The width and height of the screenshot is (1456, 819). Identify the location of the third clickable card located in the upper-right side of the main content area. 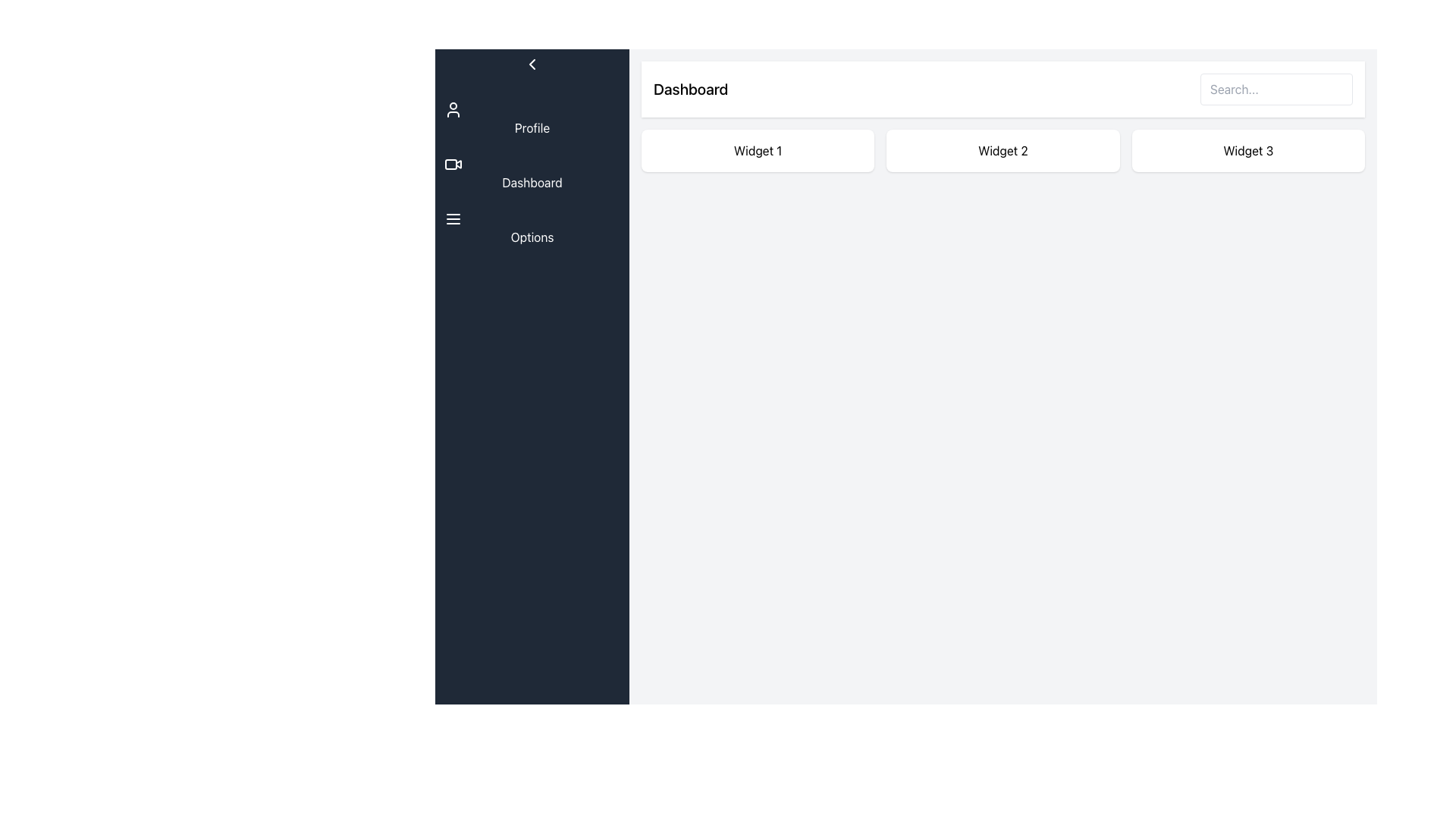
(1248, 151).